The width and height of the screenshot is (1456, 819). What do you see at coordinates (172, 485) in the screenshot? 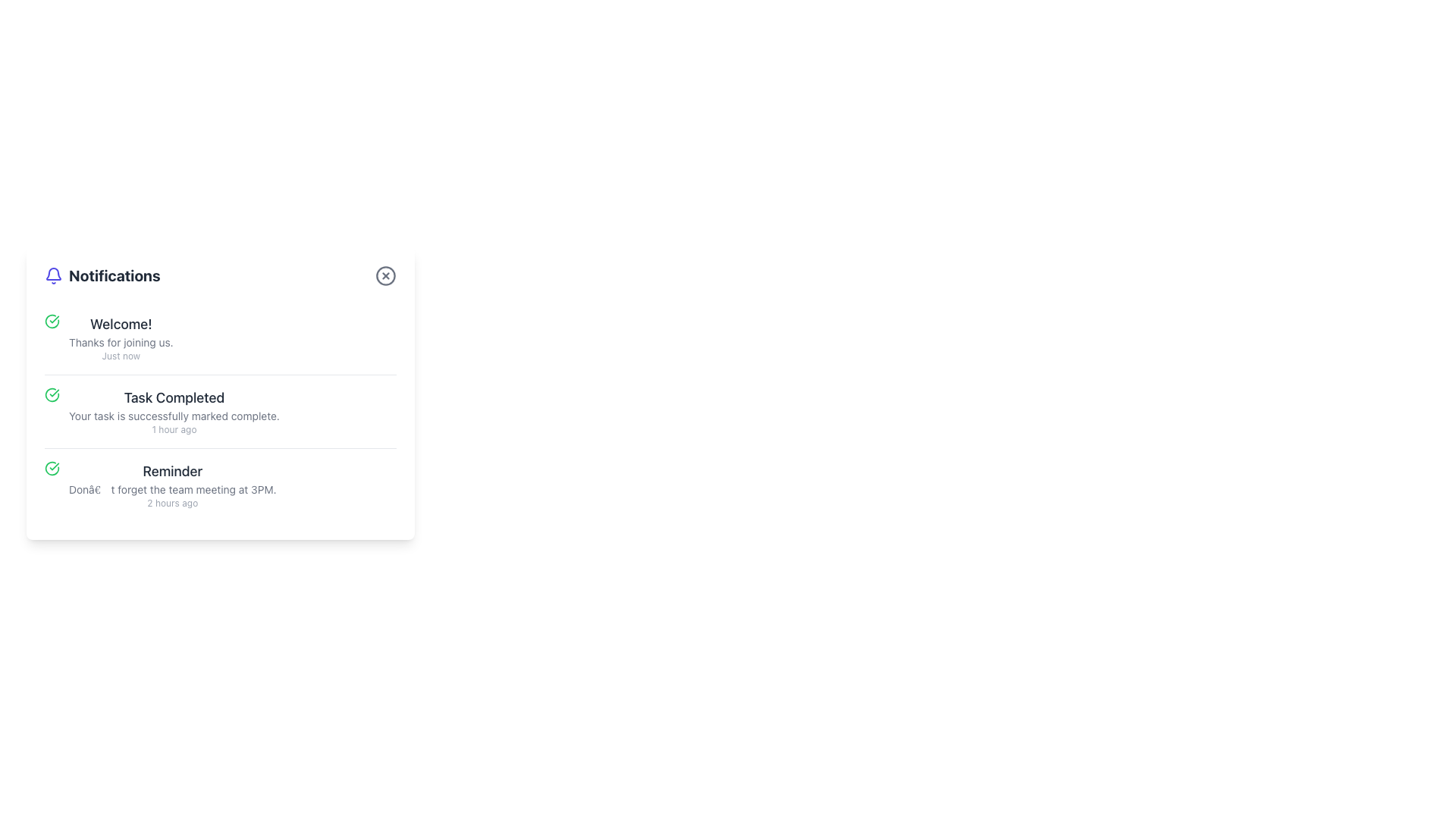
I see `the Notification element titled 'Reminder' located at the bottom of the notification panel` at bounding box center [172, 485].